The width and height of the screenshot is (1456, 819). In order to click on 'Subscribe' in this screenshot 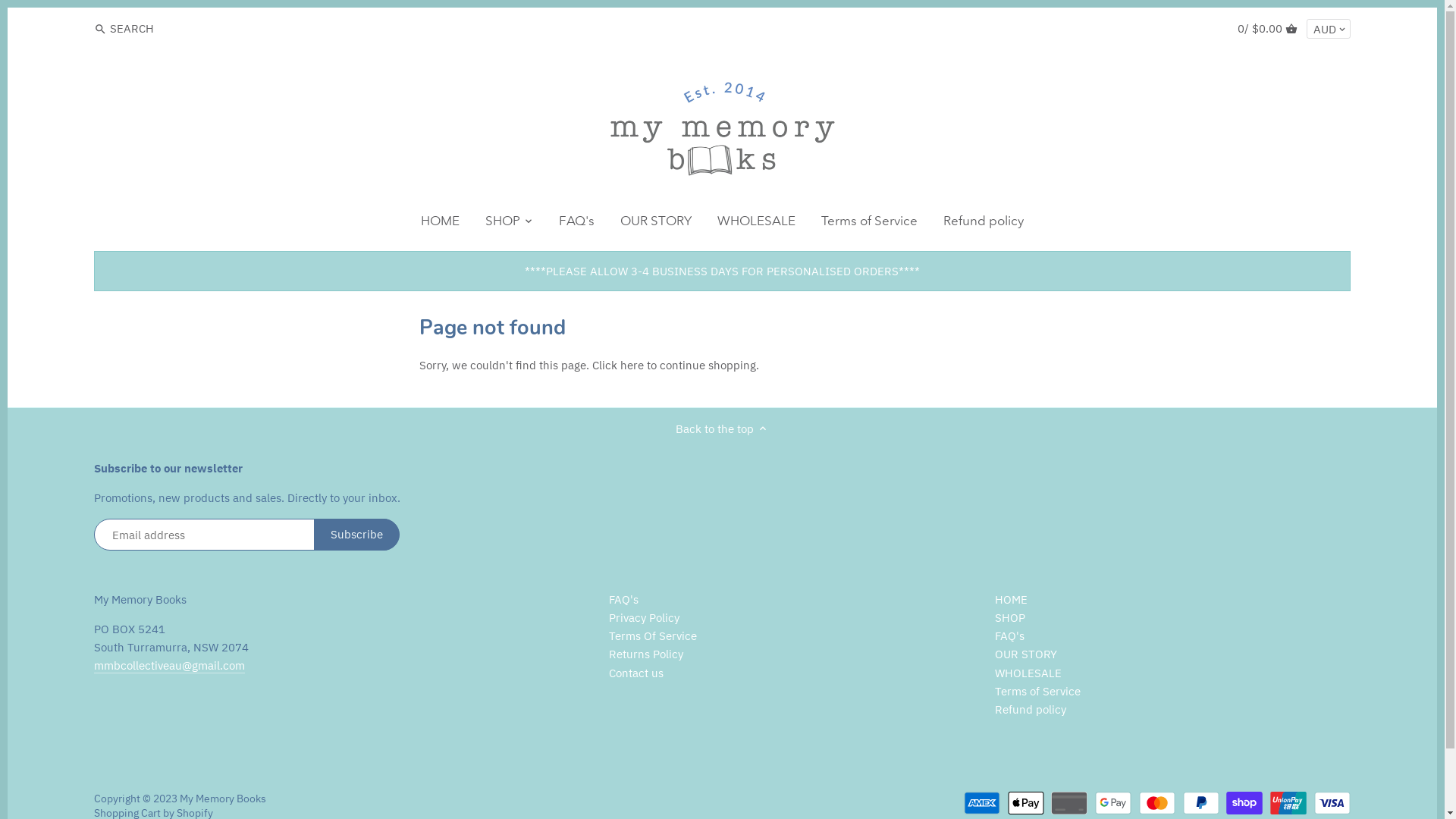, I will do `click(356, 534)`.